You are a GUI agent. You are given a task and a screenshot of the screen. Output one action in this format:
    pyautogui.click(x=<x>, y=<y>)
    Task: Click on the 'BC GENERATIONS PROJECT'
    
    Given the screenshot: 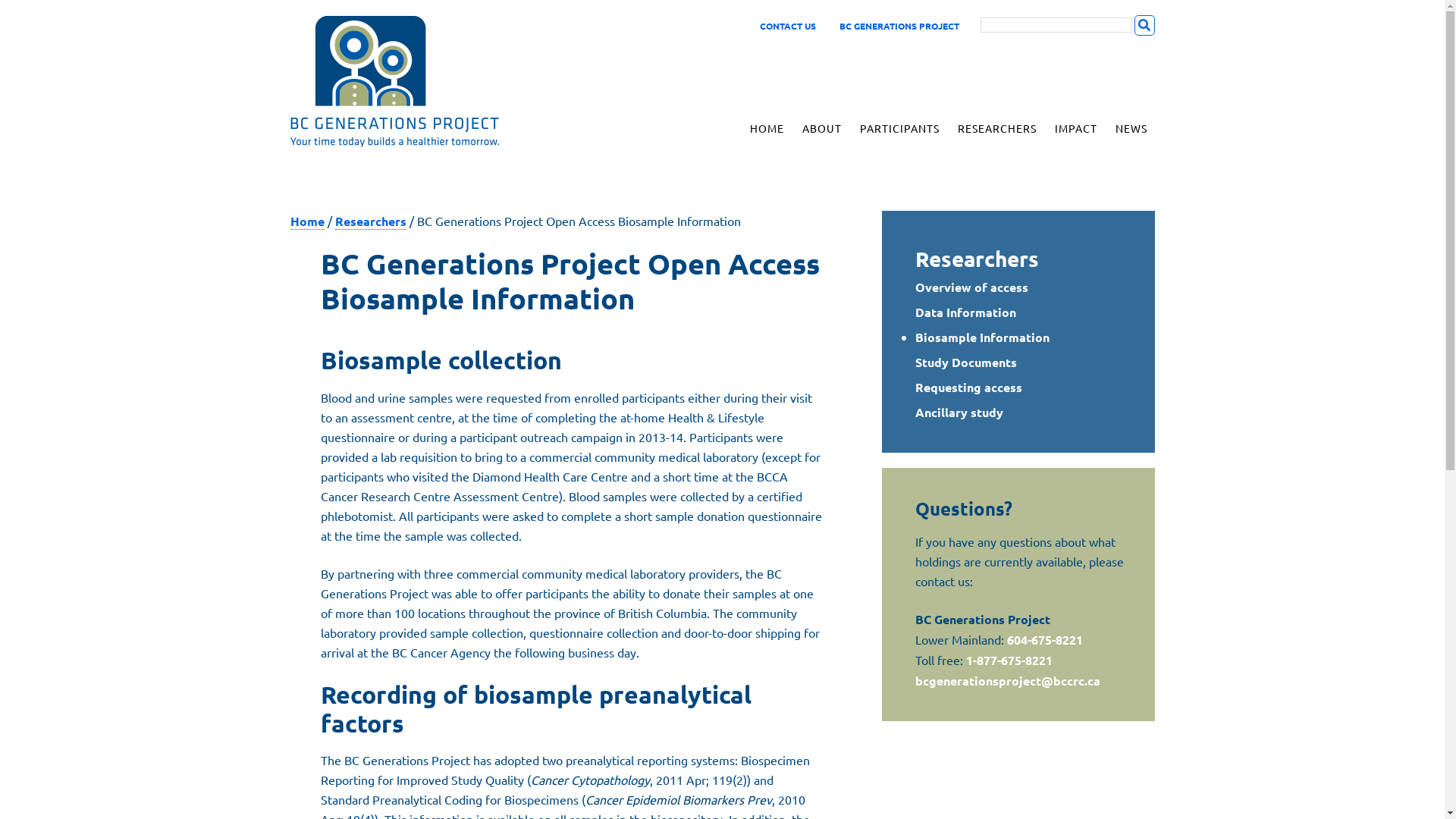 What is the action you would take?
    pyautogui.click(x=898, y=26)
    